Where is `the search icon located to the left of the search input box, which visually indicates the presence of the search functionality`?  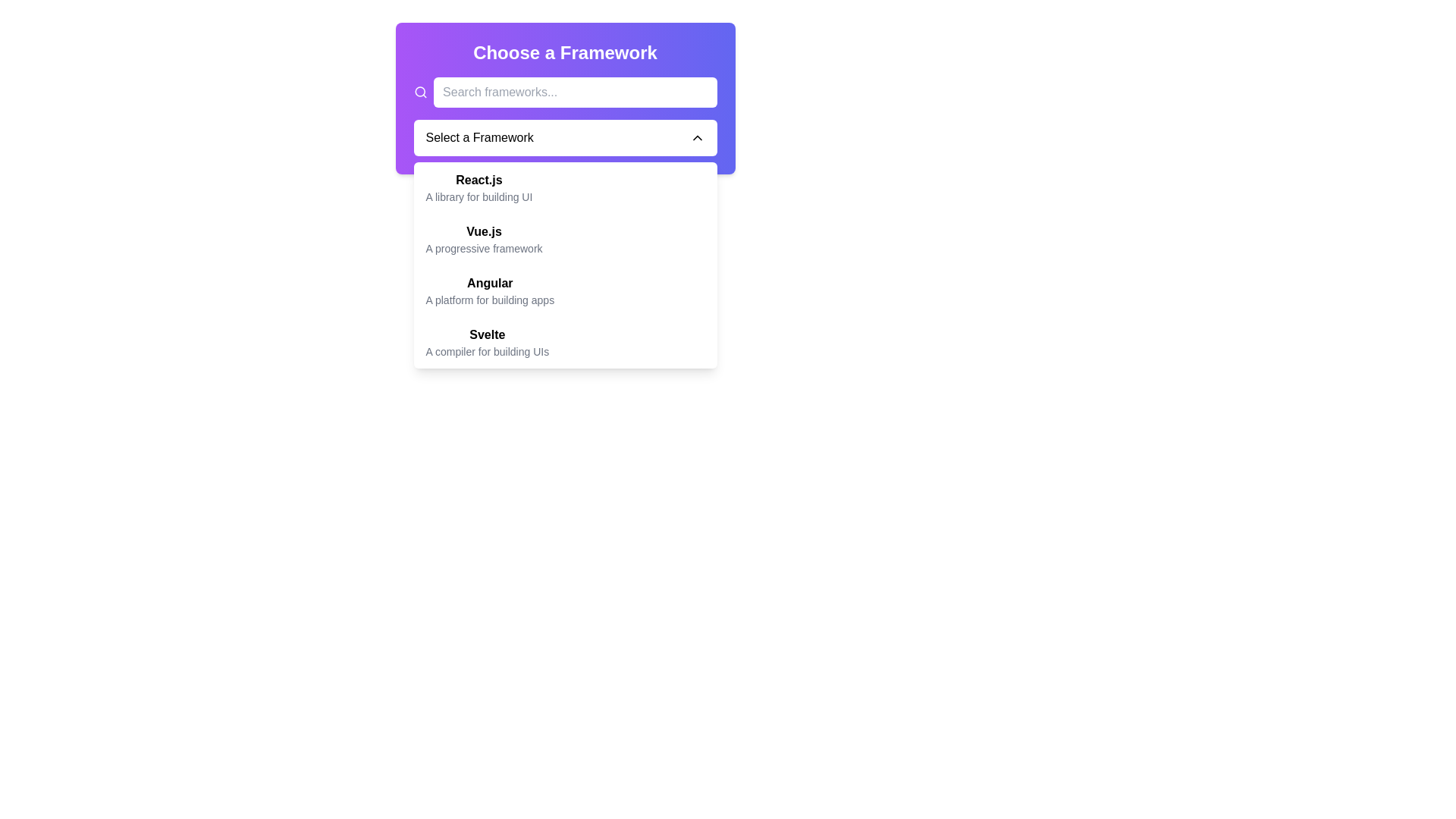 the search icon located to the left of the search input box, which visually indicates the presence of the search functionality is located at coordinates (420, 93).